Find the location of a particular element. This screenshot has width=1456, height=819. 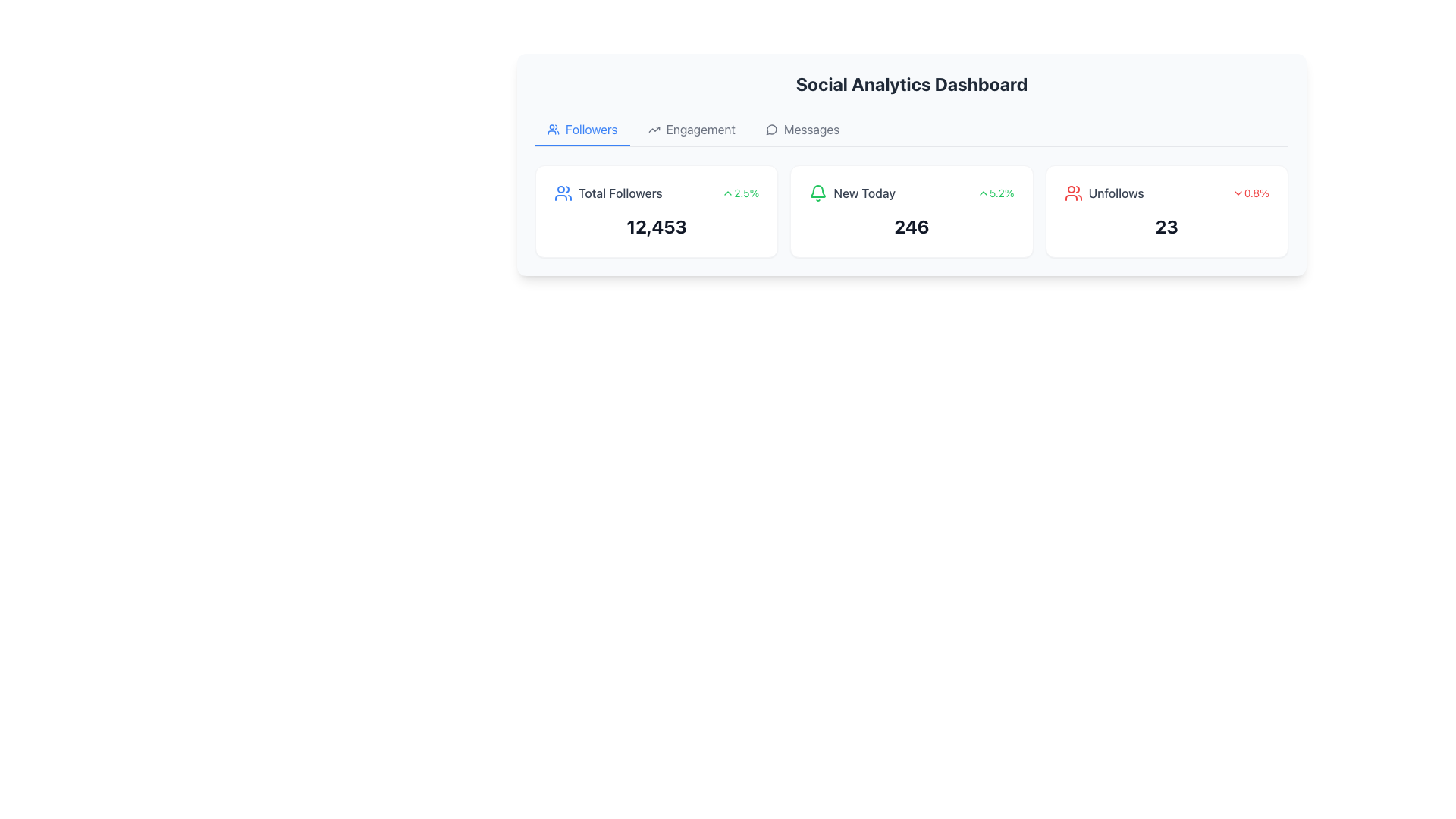

displayed value '12,453' from the text display element located under the 'Total Followers' heading in the 'Followers' section of the dashboard is located at coordinates (657, 227).